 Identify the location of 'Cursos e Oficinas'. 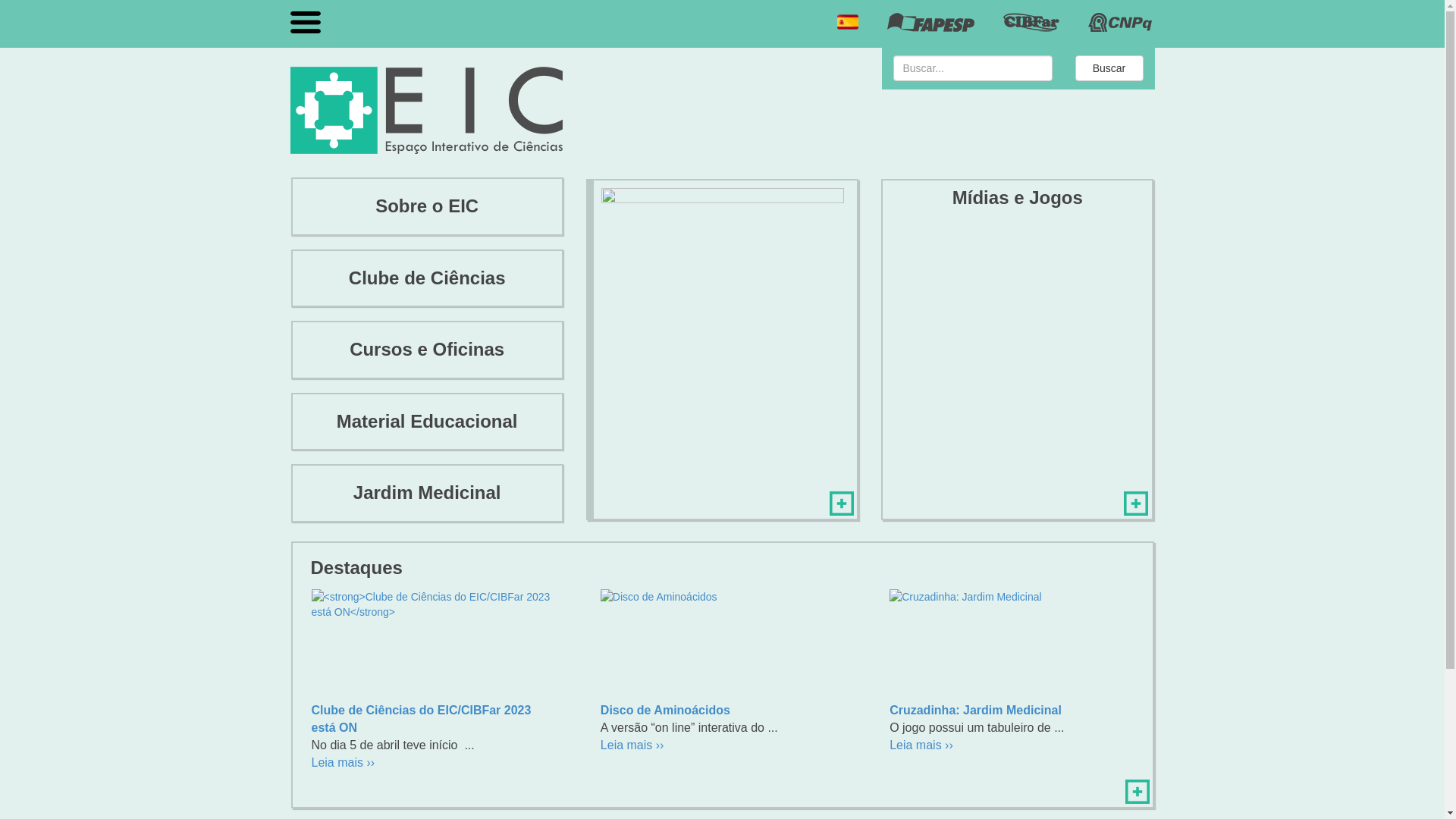
(426, 350).